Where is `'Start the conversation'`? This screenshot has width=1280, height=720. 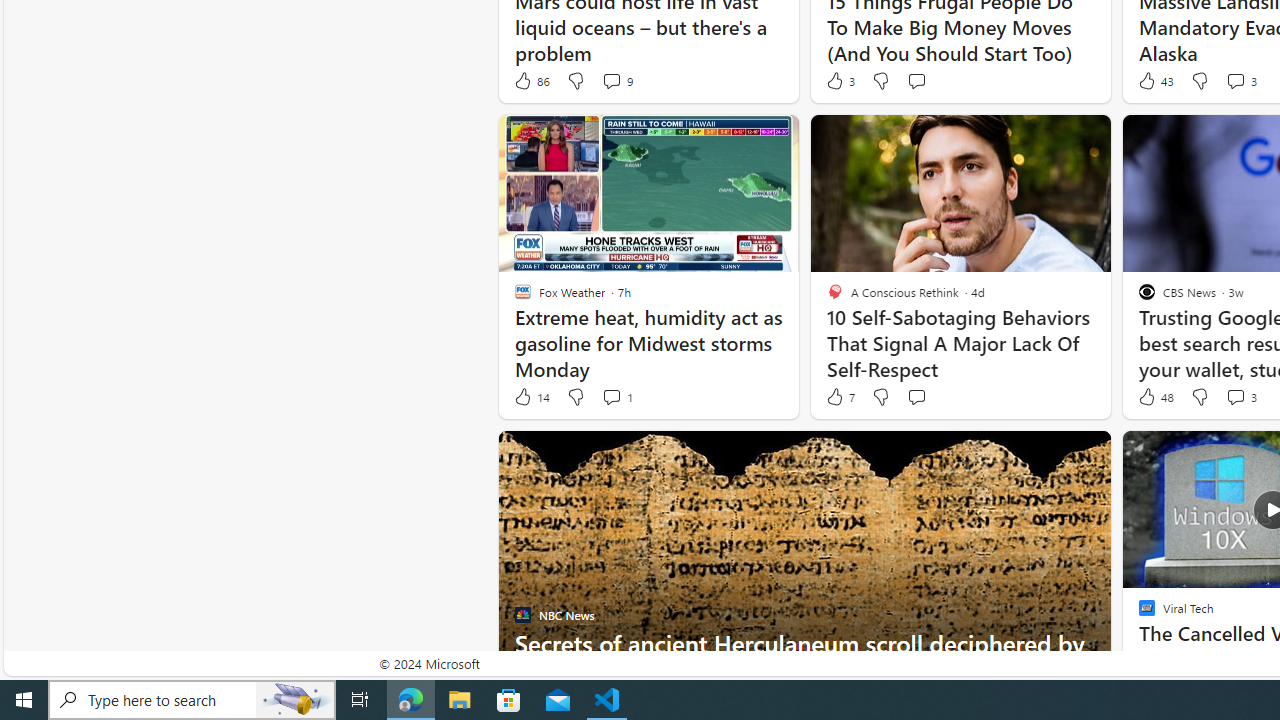 'Start the conversation' is located at coordinates (915, 397).